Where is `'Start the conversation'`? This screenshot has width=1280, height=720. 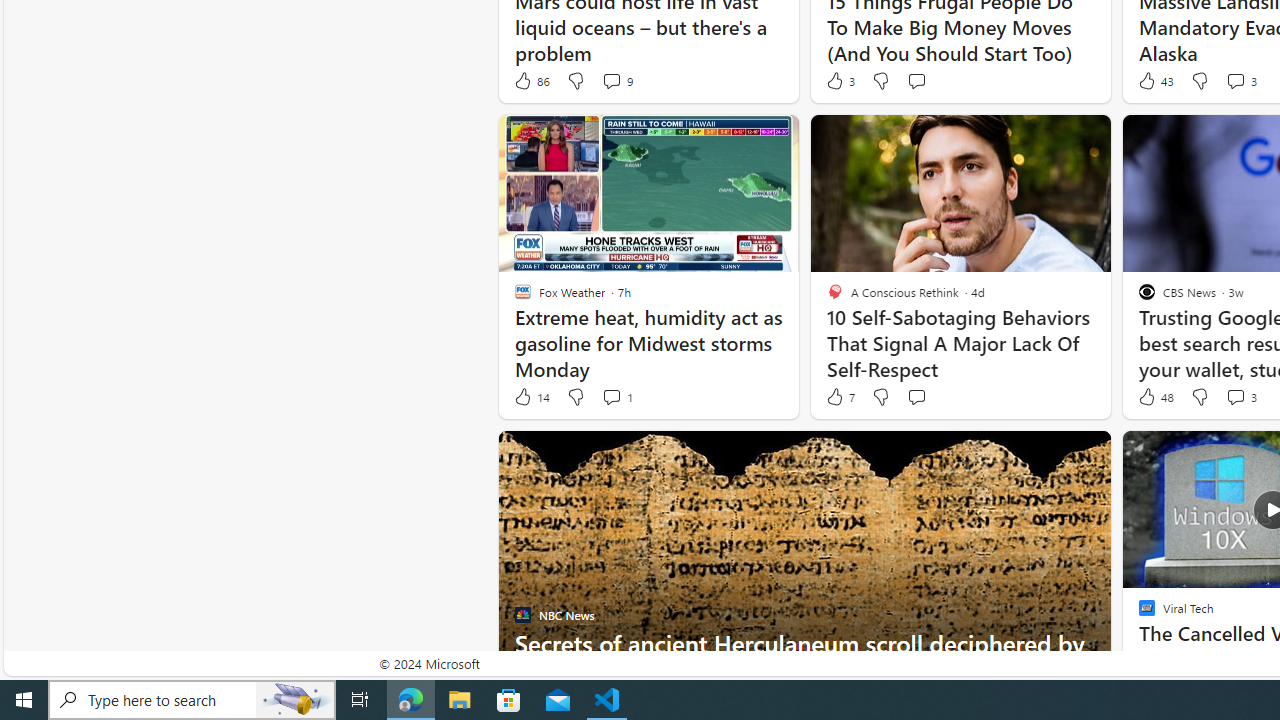 'Start the conversation' is located at coordinates (915, 397).